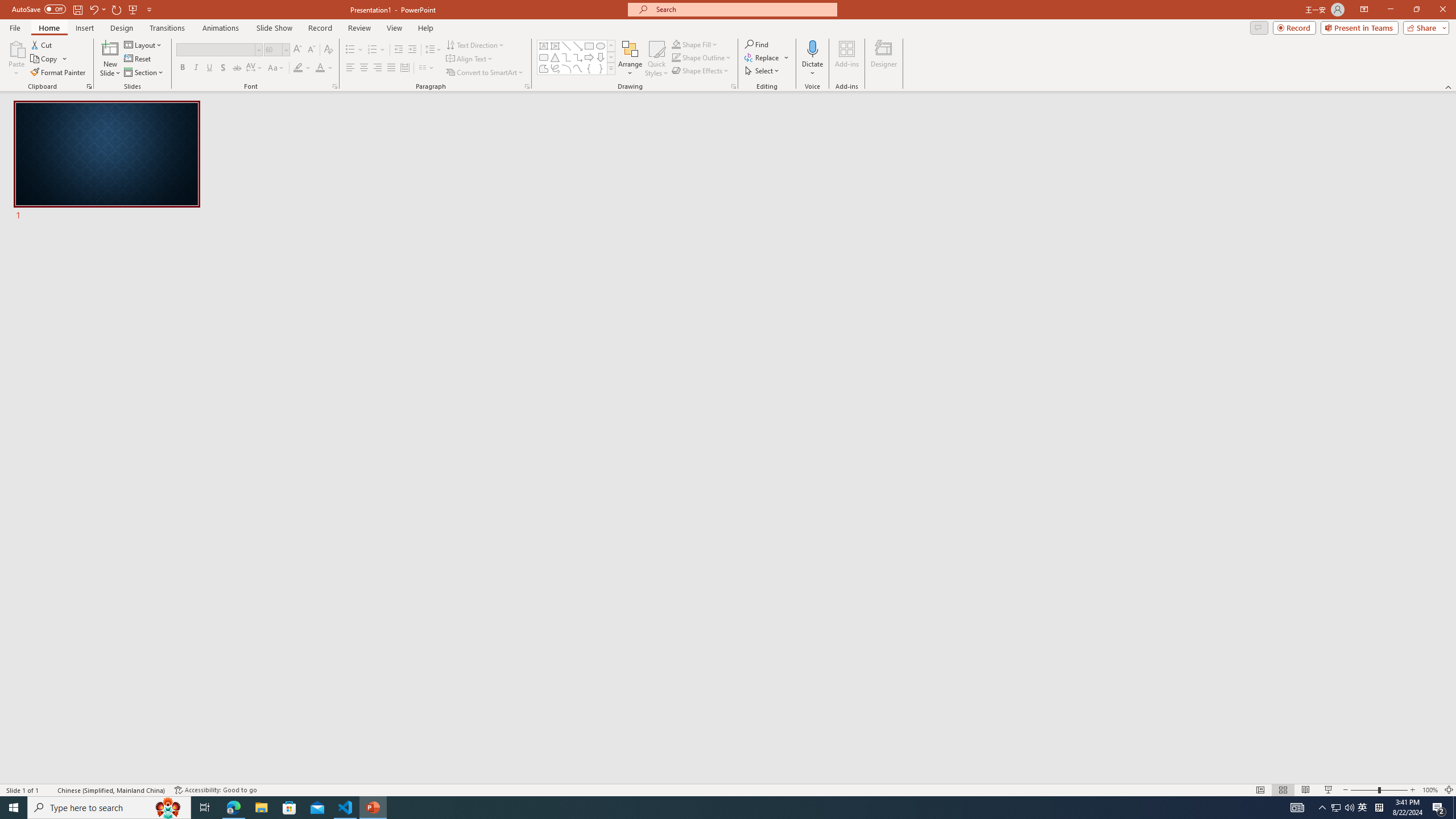  What do you see at coordinates (554, 56) in the screenshot?
I see `'Isosceles Triangle'` at bounding box center [554, 56].